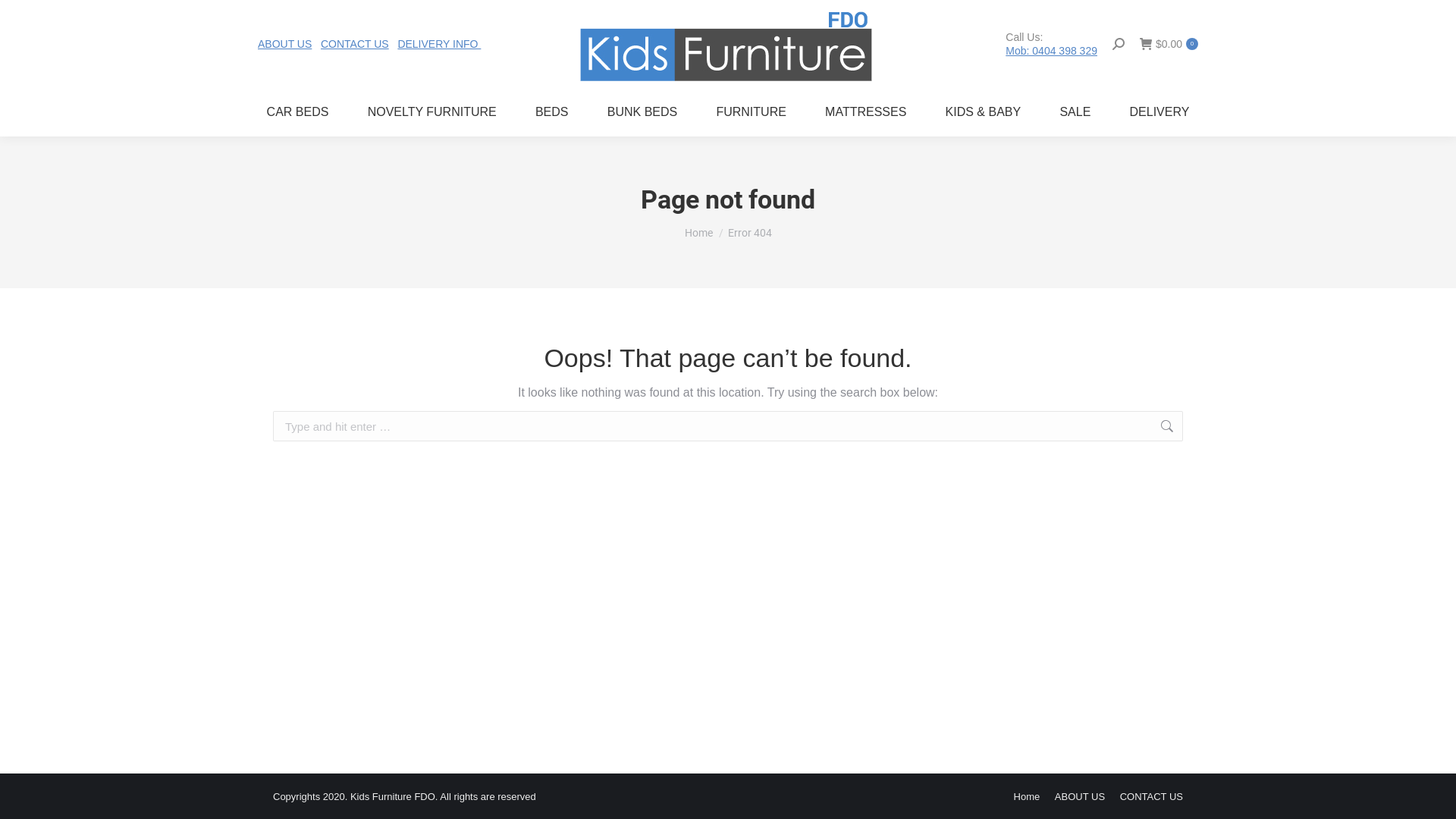 This screenshot has height=819, width=1456. What do you see at coordinates (1151, 795) in the screenshot?
I see `'CONTACT US'` at bounding box center [1151, 795].